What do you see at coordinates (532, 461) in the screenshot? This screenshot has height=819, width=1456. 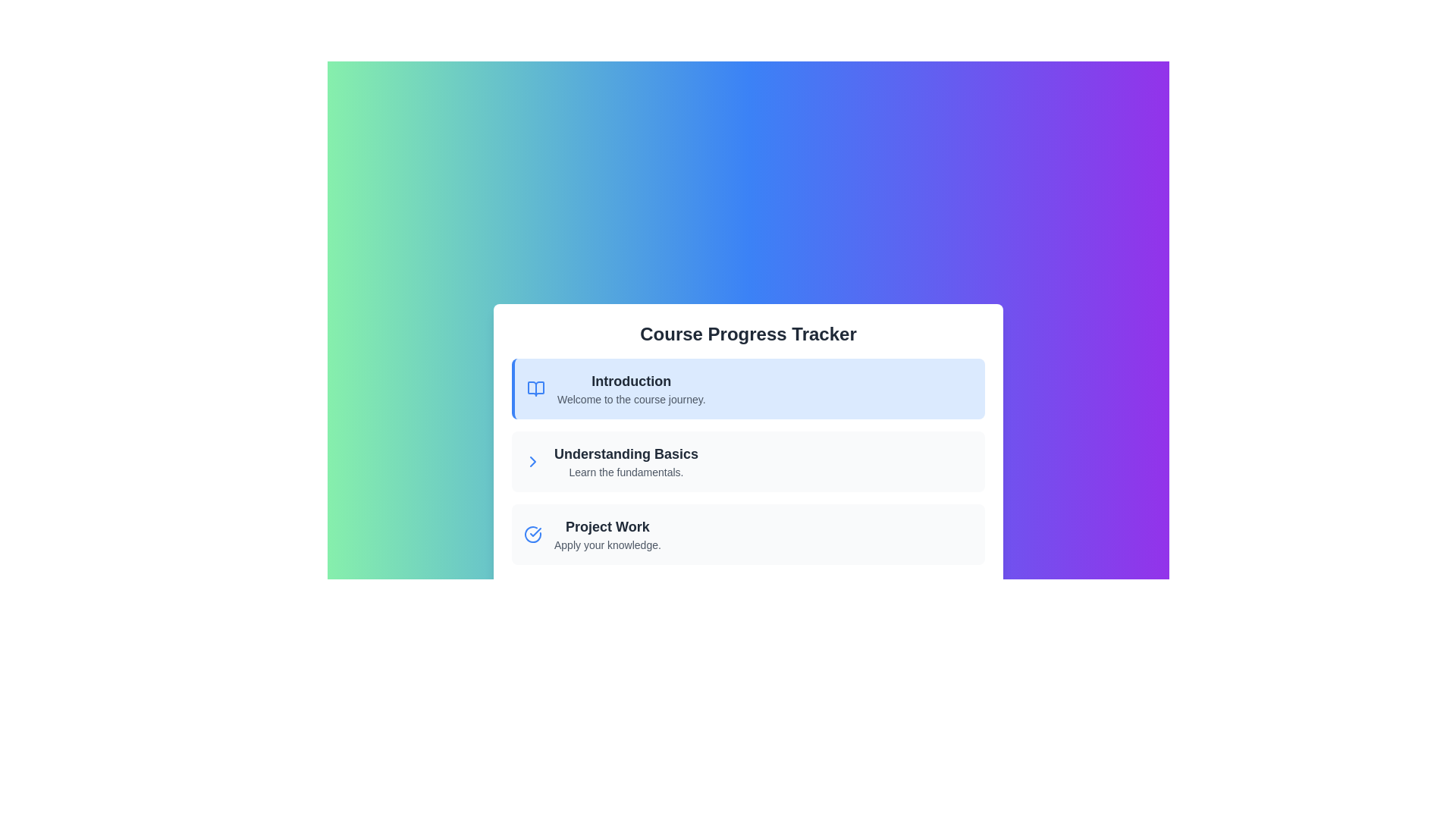 I see `the navigation icon located to the far right of the 'Understanding Basics' row, immediately following the text 'Learn the fundamentals'` at bounding box center [532, 461].